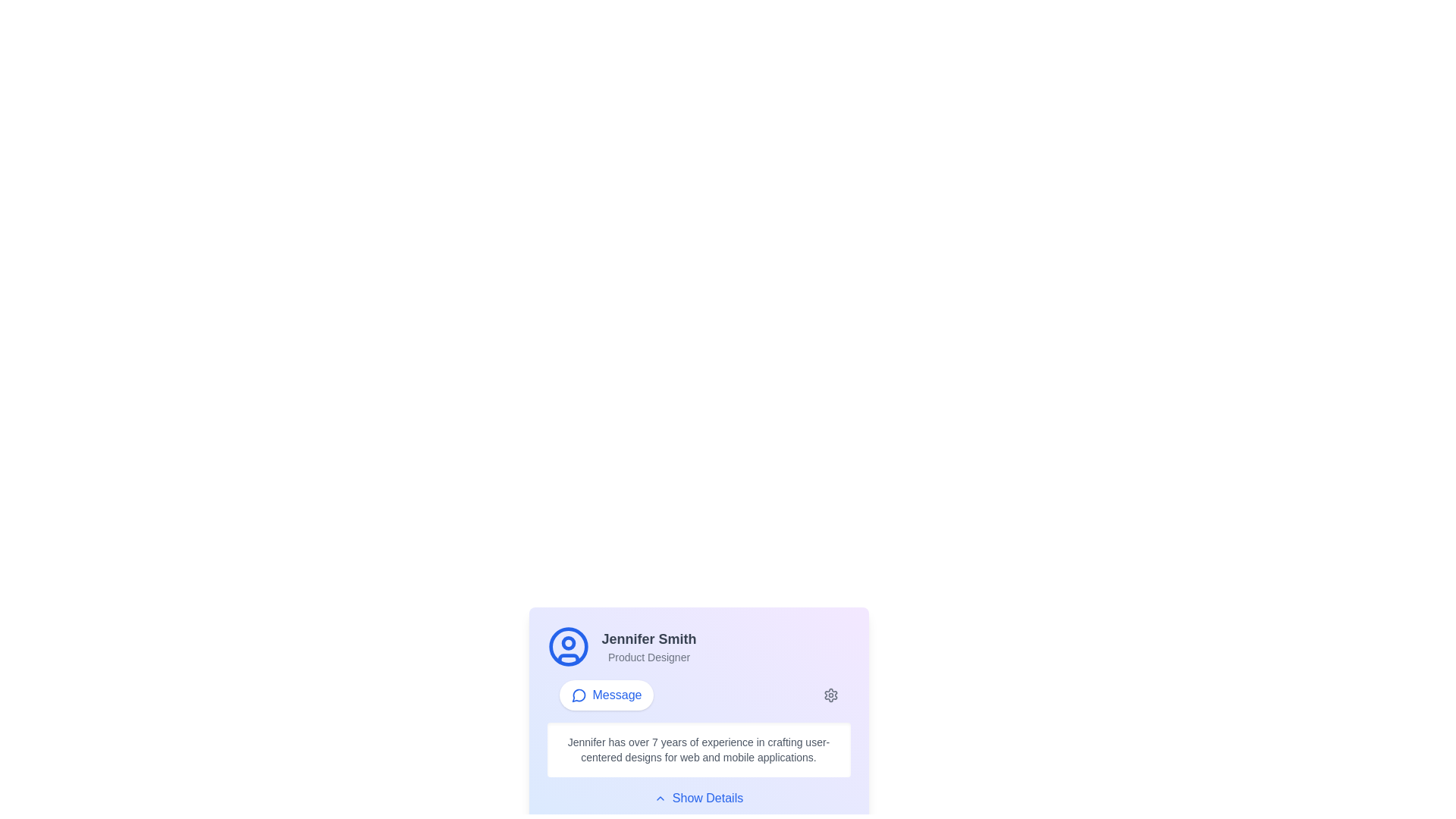 This screenshot has height=819, width=1456. What do you see at coordinates (648, 646) in the screenshot?
I see `the Text Display that shows the name and designation of a person, located in the top-right quadrant of a card-like component, next to a circular blue user icon, and above a button labeled 'Message'` at bounding box center [648, 646].